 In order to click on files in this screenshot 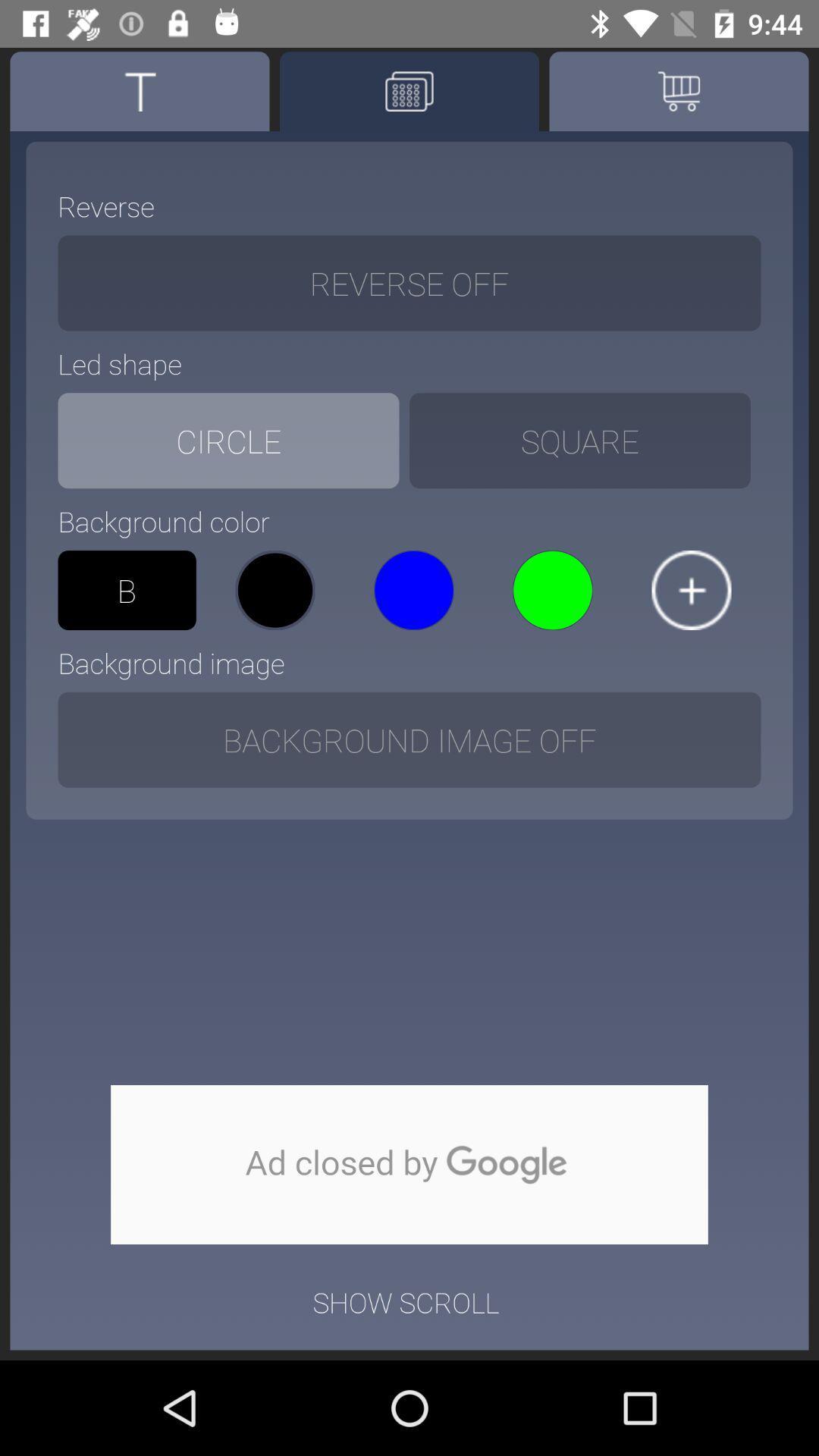, I will do `click(691, 589)`.